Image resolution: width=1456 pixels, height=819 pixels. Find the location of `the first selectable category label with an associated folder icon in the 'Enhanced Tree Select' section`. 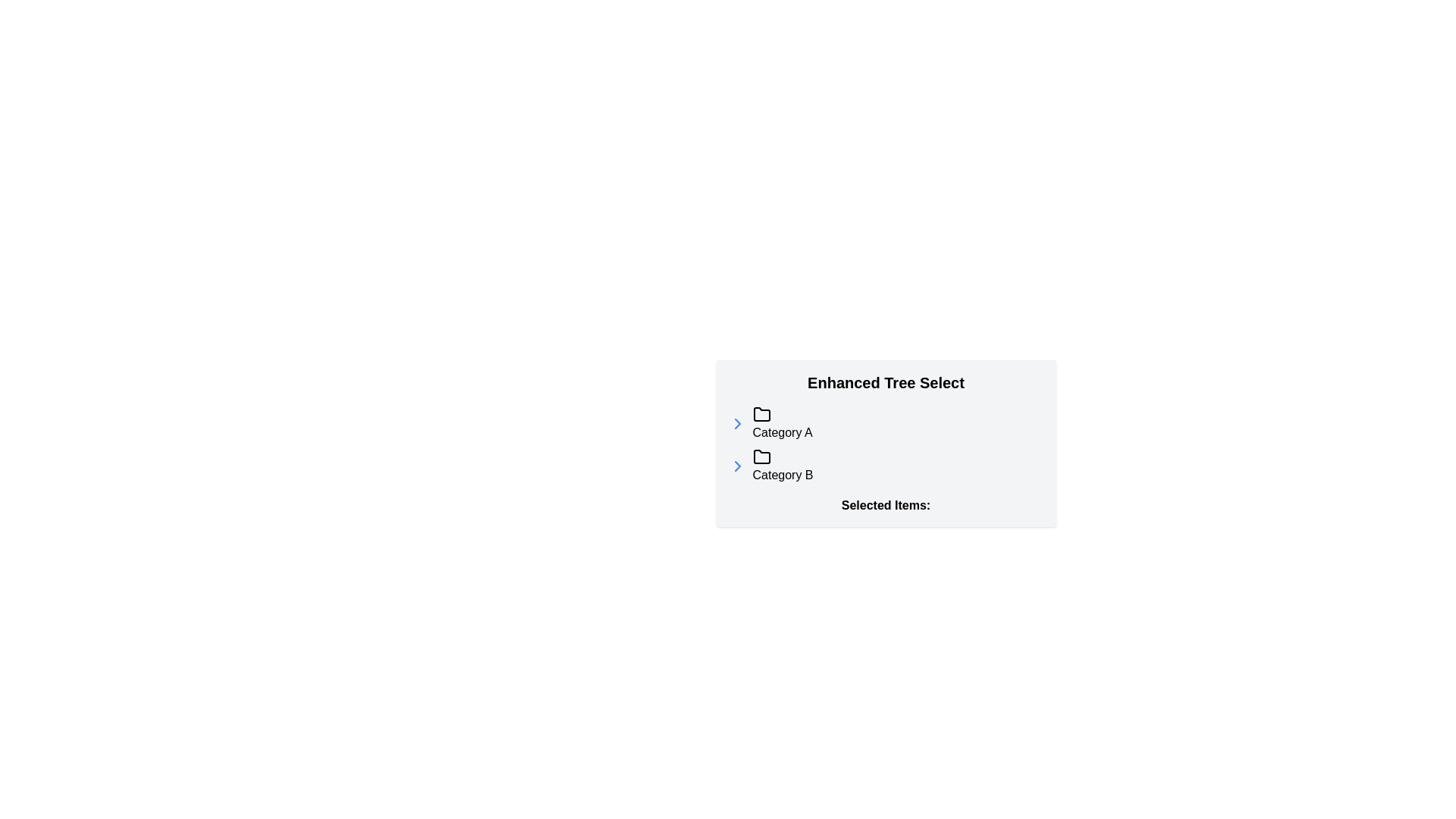

the first selectable category label with an associated folder icon in the 'Enhanced Tree Select' section is located at coordinates (783, 424).